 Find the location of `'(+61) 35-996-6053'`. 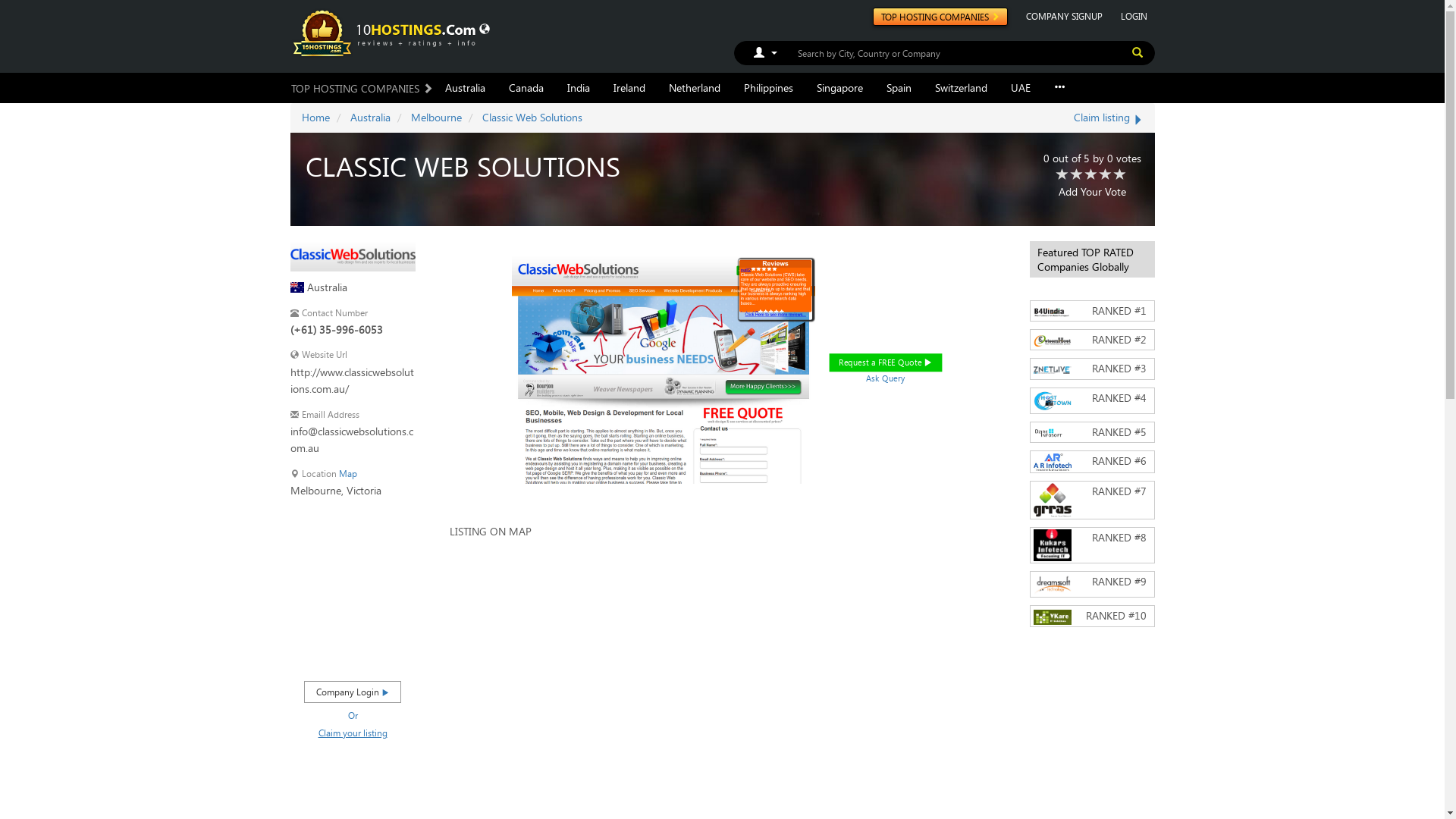

'(+61) 35-996-6053' is located at coordinates (290, 329).